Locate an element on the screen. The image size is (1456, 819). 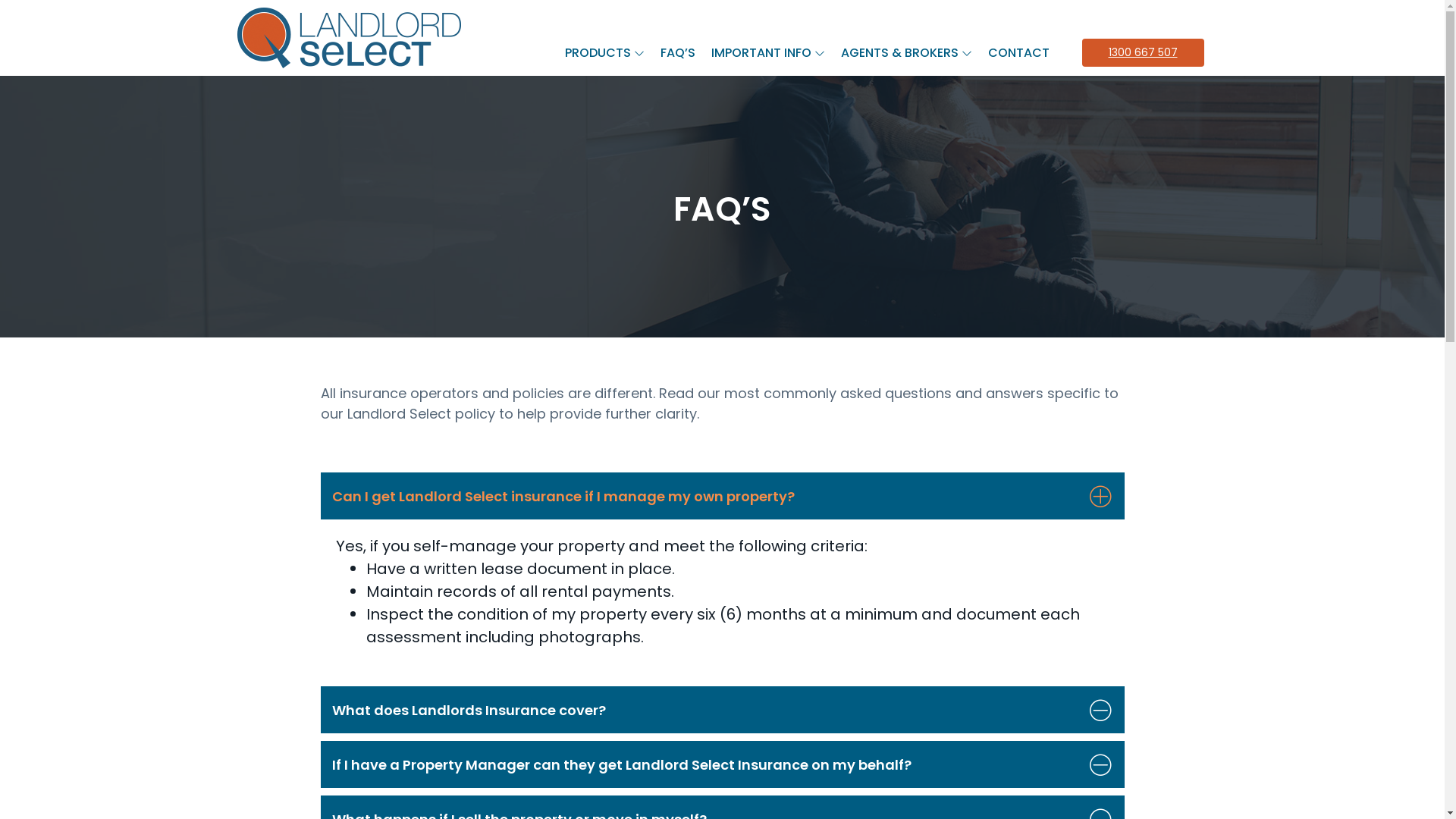
'IMPORTANT INFO' is located at coordinates (704, 52).